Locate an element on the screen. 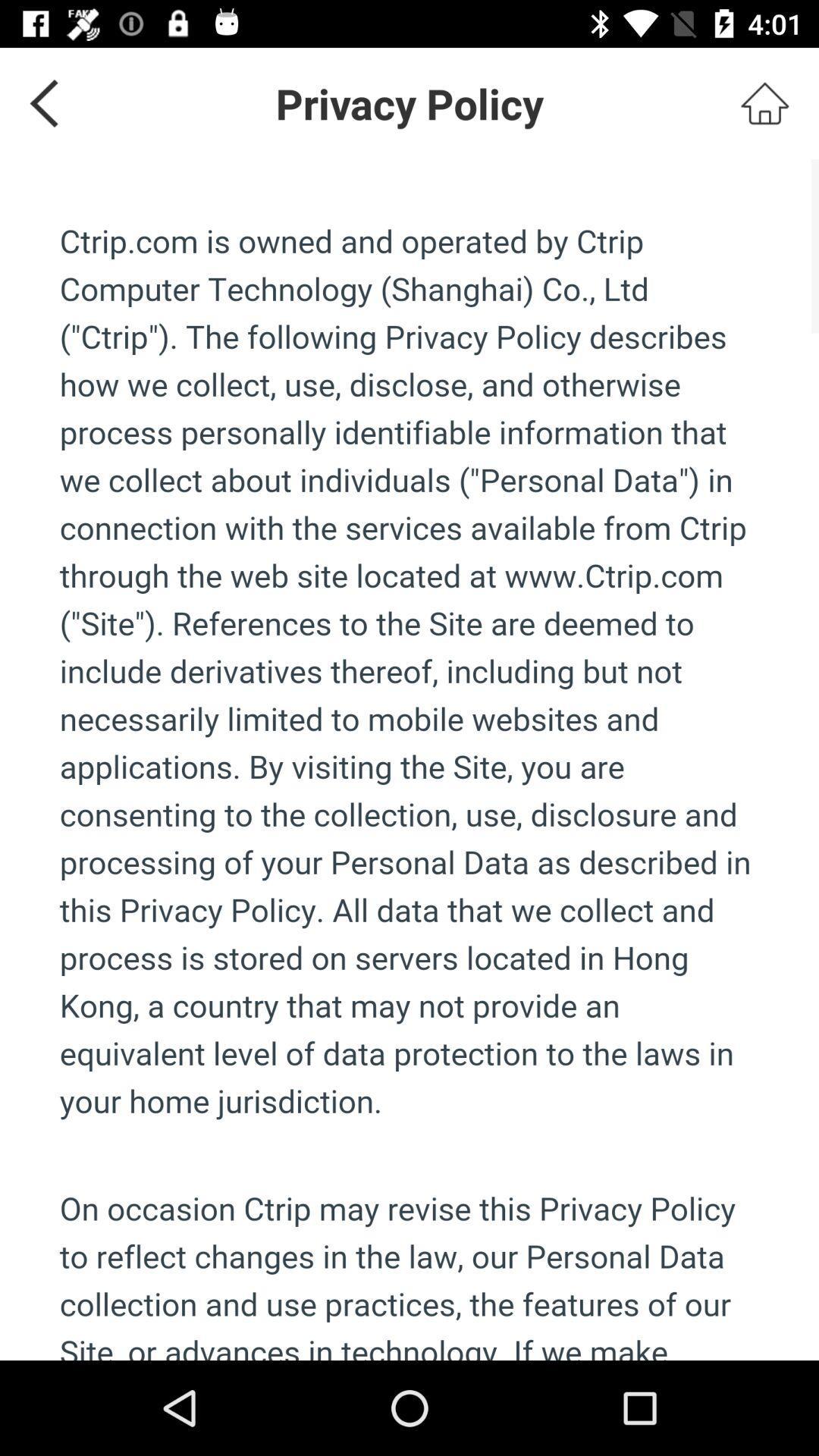 The height and width of the screenshot is (1456, 819). home button is located at coordinates (764, 102).